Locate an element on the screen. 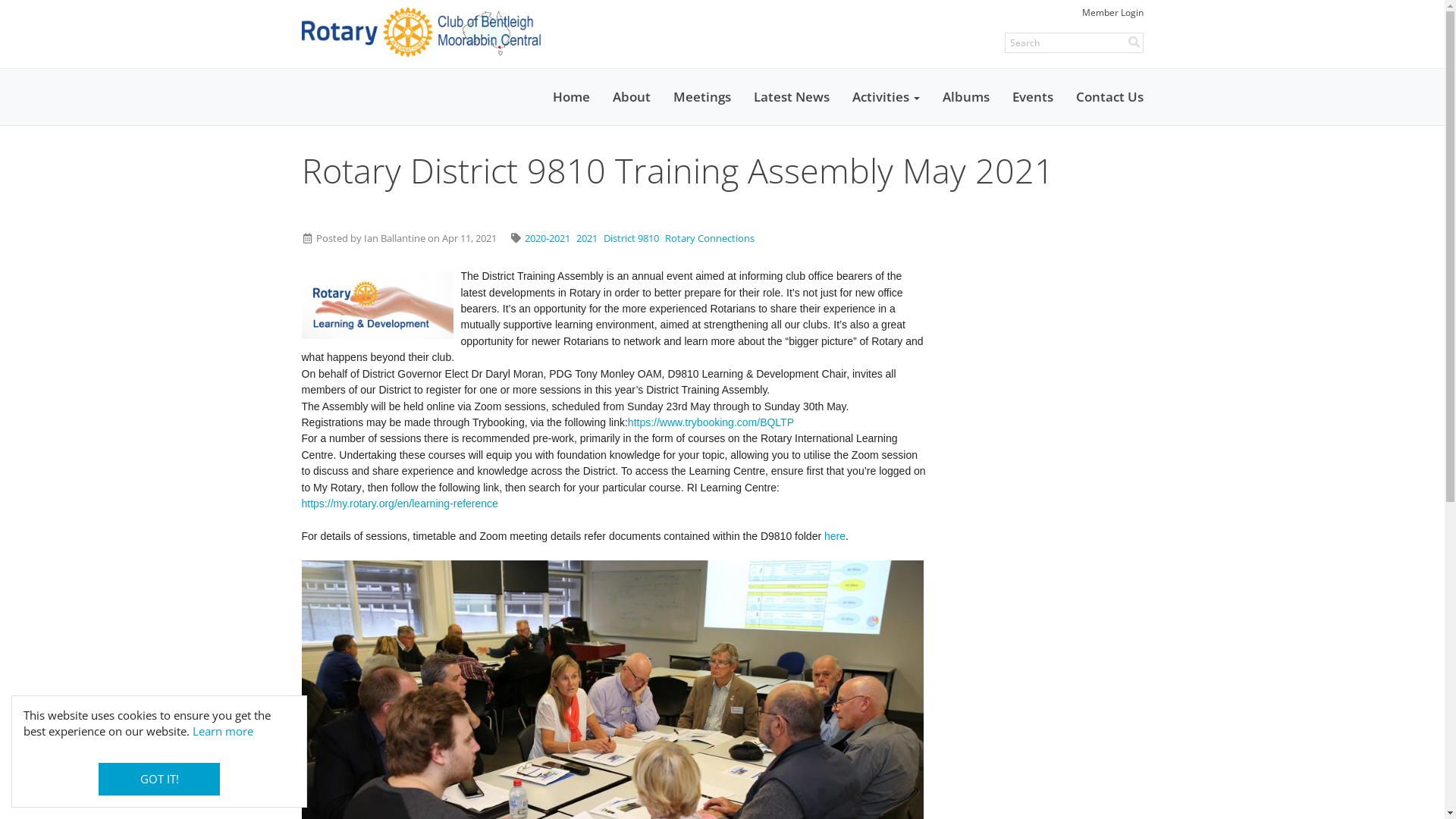 This screenshot has width=1456, height=819. 'here' is located at coordinates (833, 535).